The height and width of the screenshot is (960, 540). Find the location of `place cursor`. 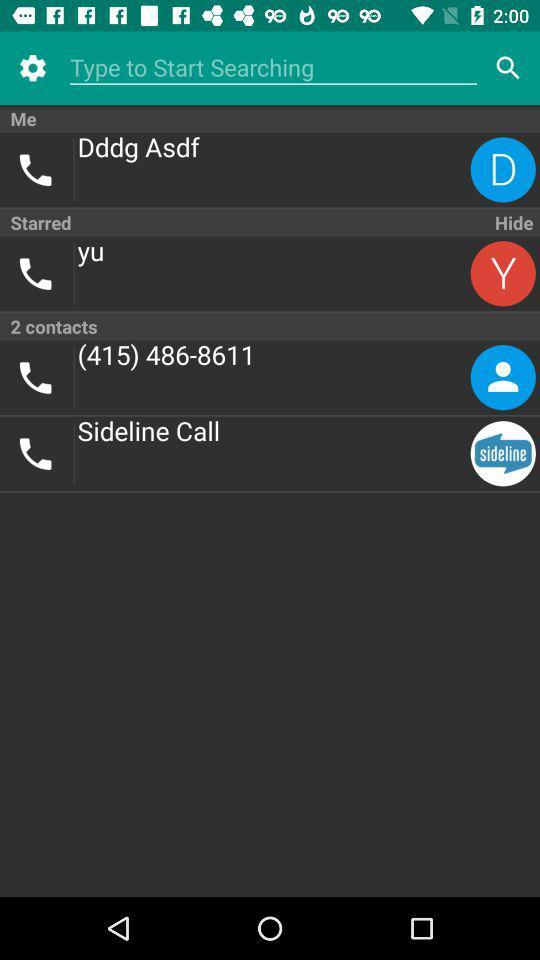

place cursor is located at coordinates (272, 68).